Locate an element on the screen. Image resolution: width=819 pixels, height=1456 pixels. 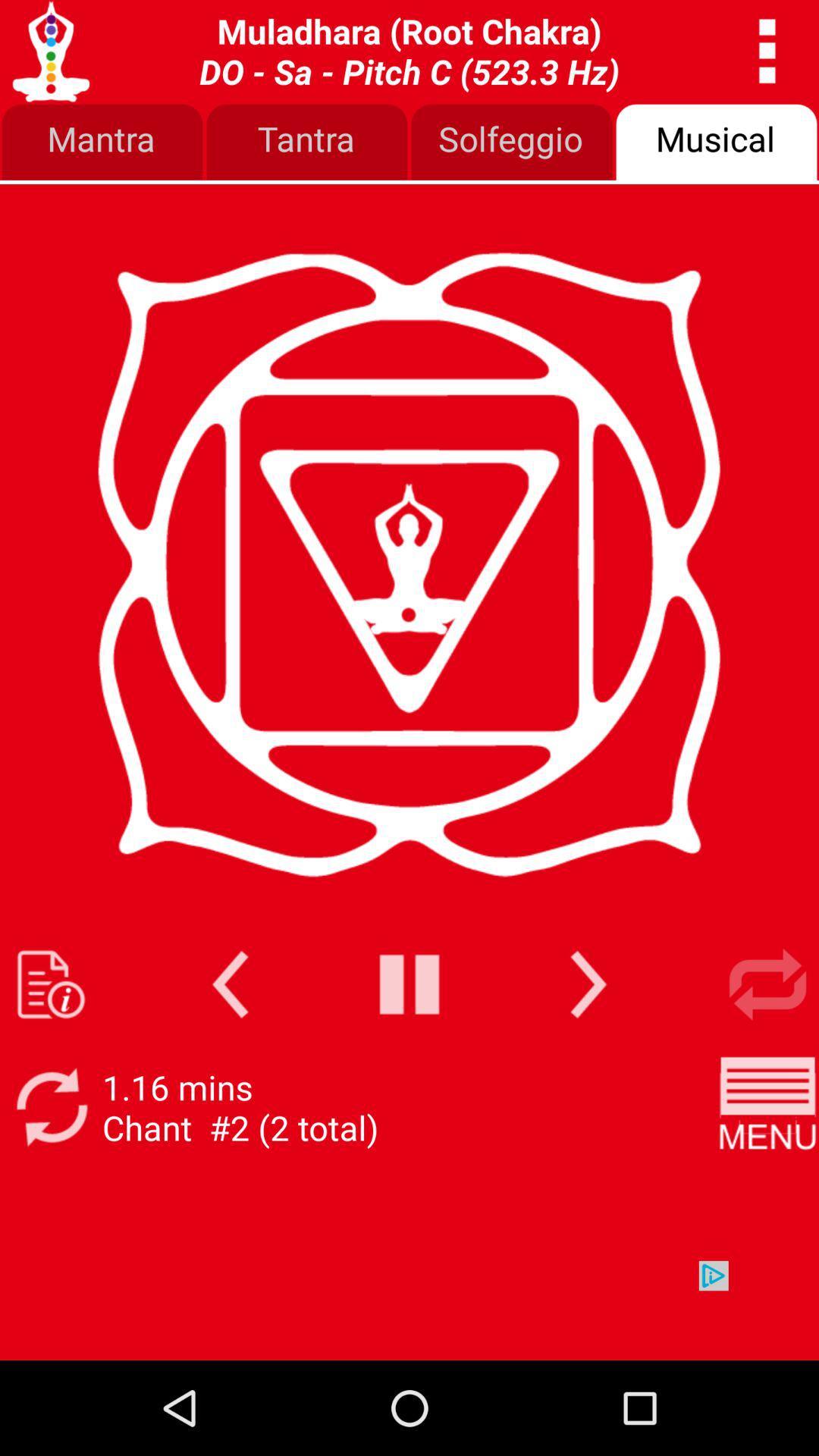
image is located at coordinates (767, 1107).